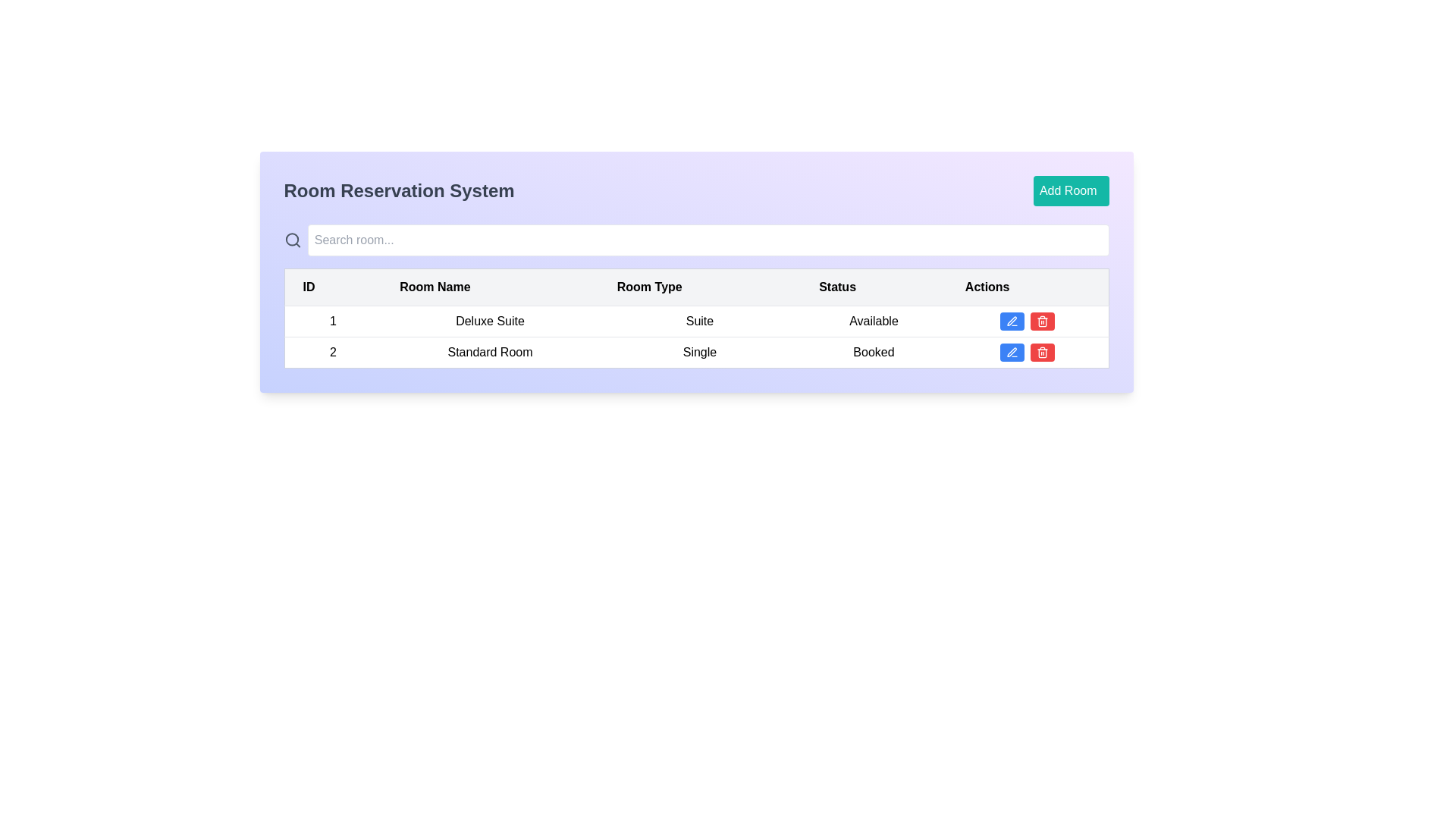 The height and width of the screenshot is (819, 1456). I want to click on the SVG circle that represents the search functionality in the search icon located to the left of the search bar at the top of the UI, so click(292, 239).